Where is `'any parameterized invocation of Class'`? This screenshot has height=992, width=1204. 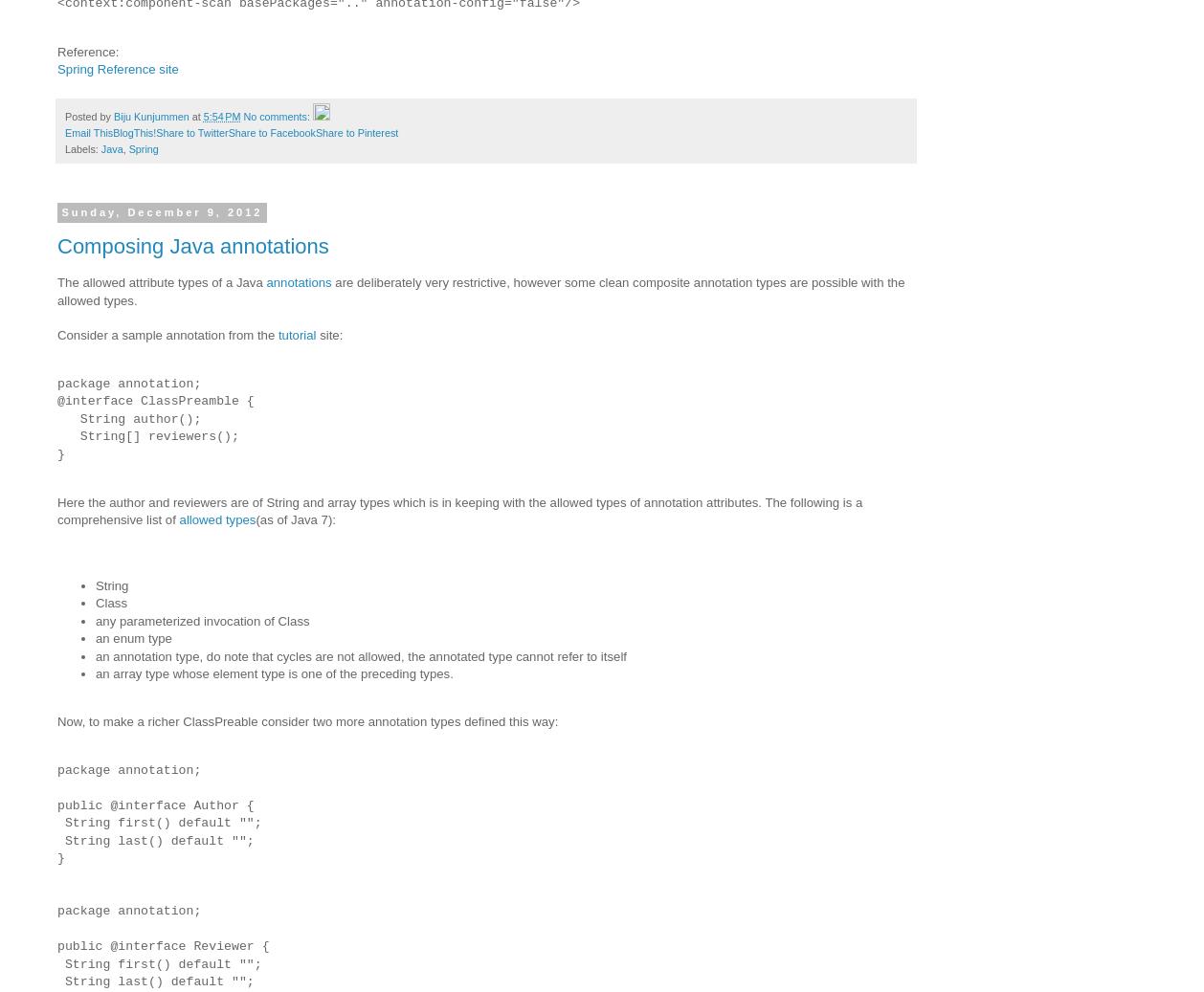 'any parameterized invocation of Class' is located at coordinates (96, 620).